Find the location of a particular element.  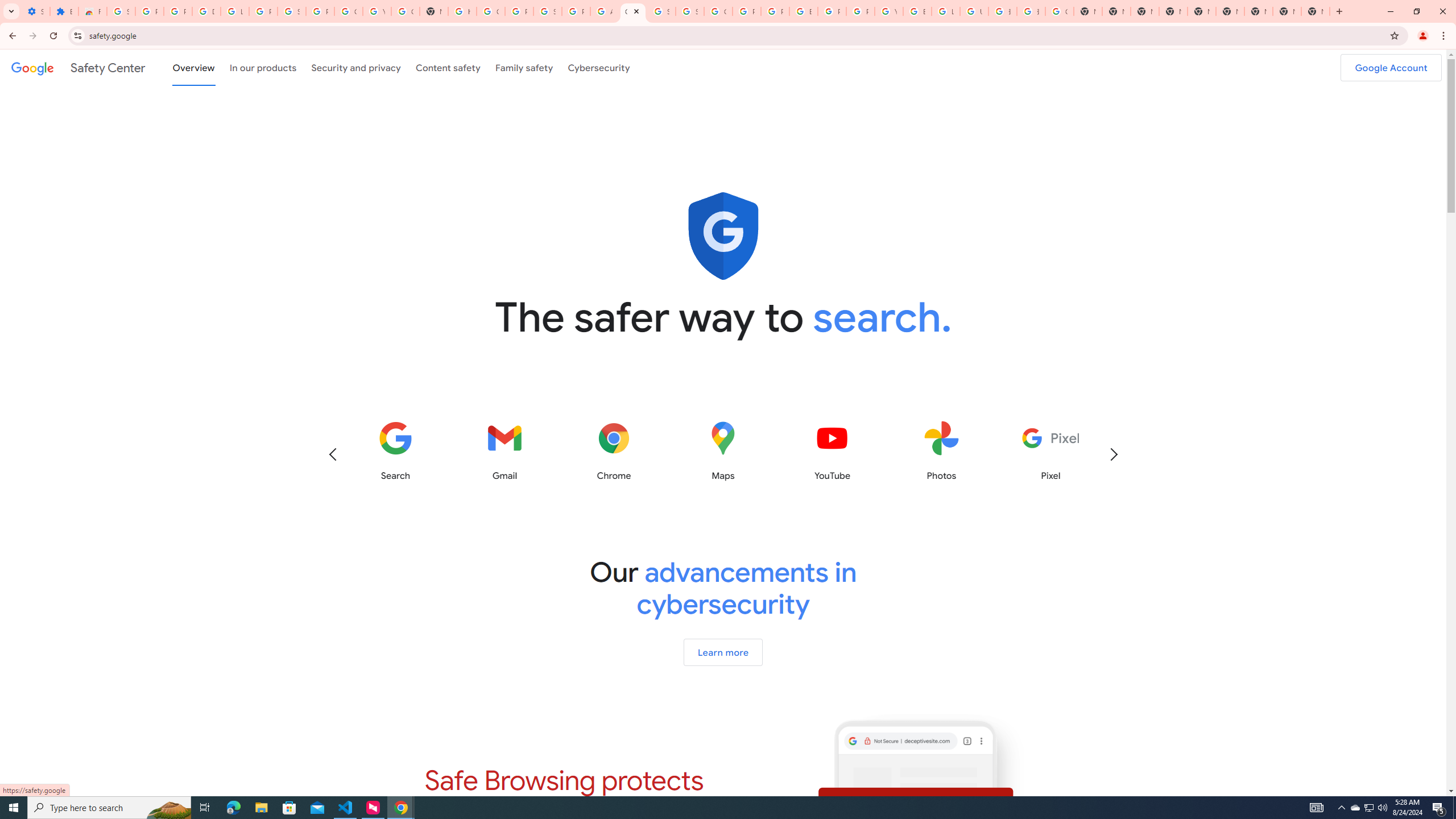

'Previous' is located at coordinates (332, 453).